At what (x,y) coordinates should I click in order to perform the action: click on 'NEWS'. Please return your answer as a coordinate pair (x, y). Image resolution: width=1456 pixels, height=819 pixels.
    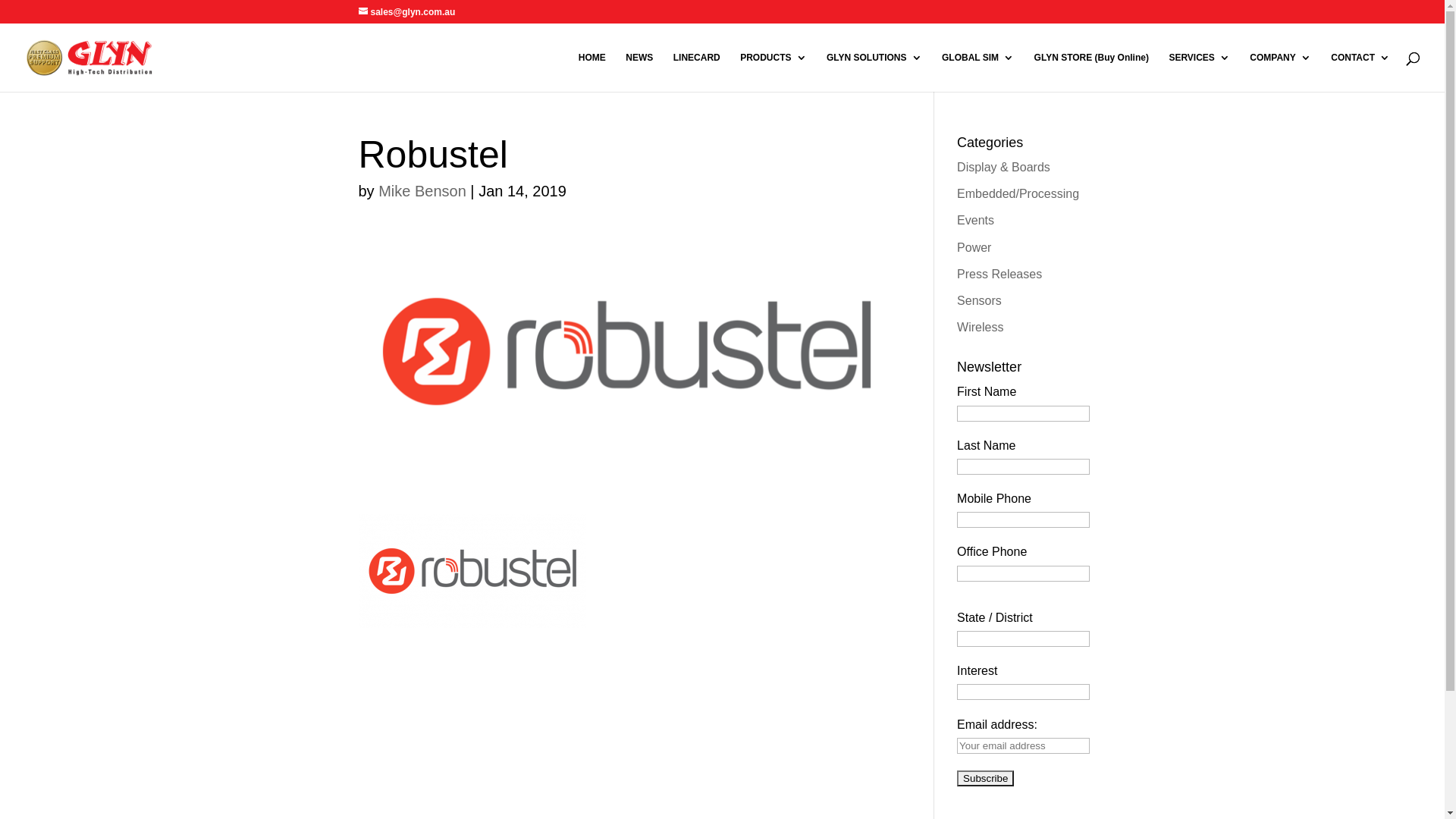
    Looking at the image, I should click on (639, 72).